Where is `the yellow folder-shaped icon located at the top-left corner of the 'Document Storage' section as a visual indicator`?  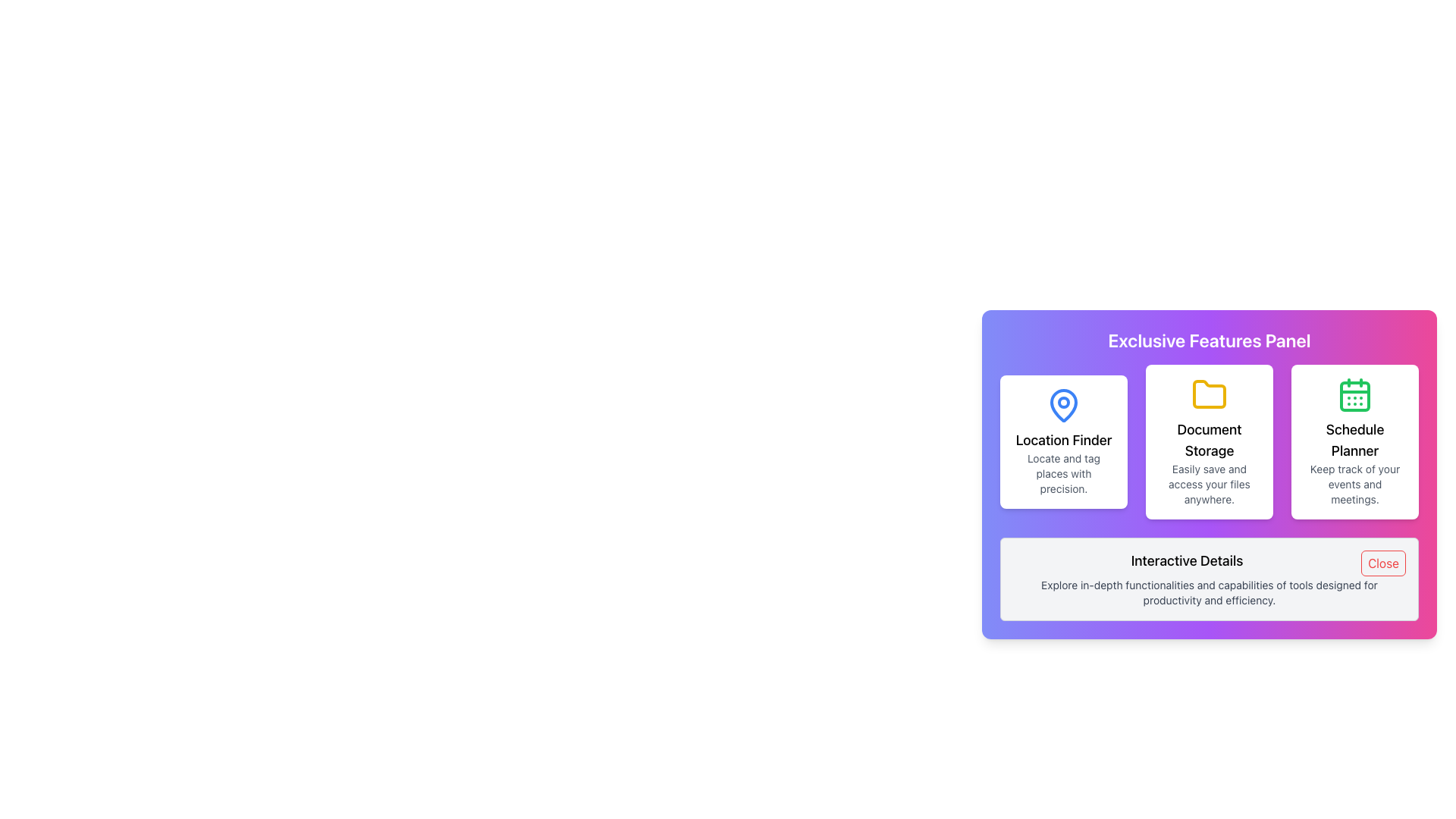 the yellow folder-shaped icon located at the top-left corner of the 'Document Storage' section as a visual indicator is located at coordinates (1208, 394).